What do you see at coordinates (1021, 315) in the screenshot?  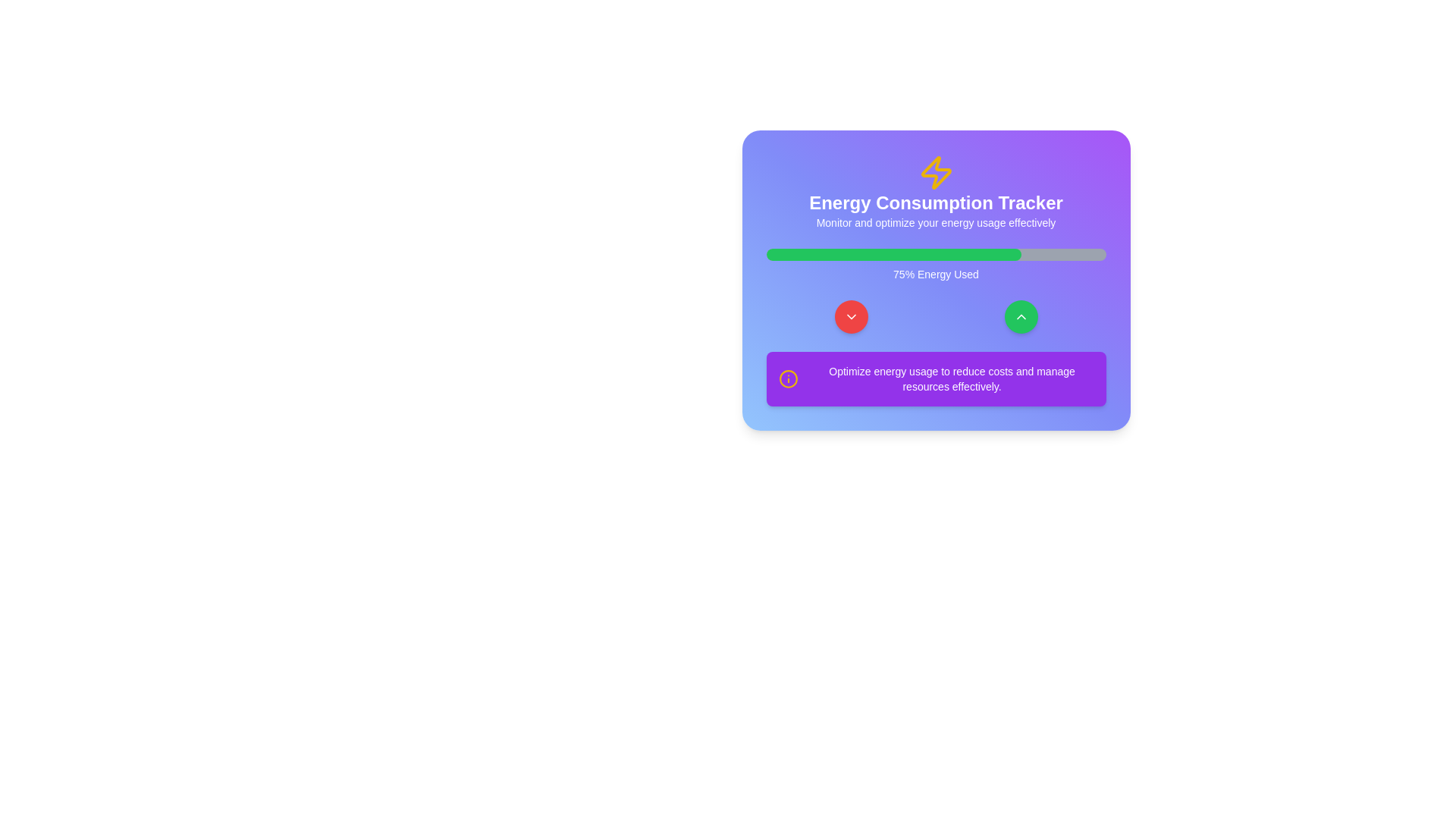 I see `the green circular button that contains the upward SVG icon` at bounding box center [1021, 315].